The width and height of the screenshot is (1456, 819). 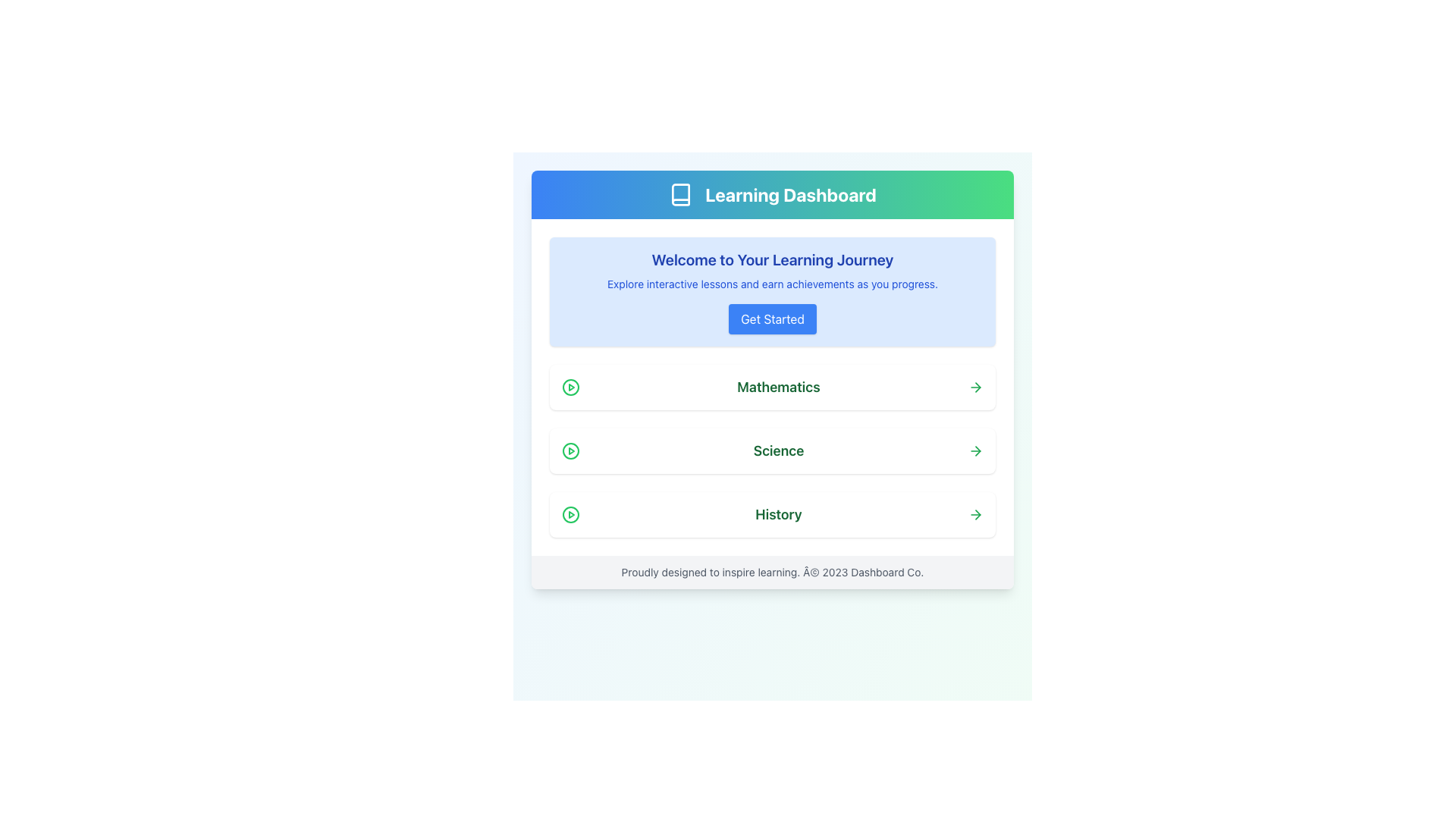 What do you see at coordinates (570, 450) in the screenshot?
I see `the circular icon with a green border located to the left of the 'Science' title in the Learning Dashboard's subject list` at bounding box center [570, 450].